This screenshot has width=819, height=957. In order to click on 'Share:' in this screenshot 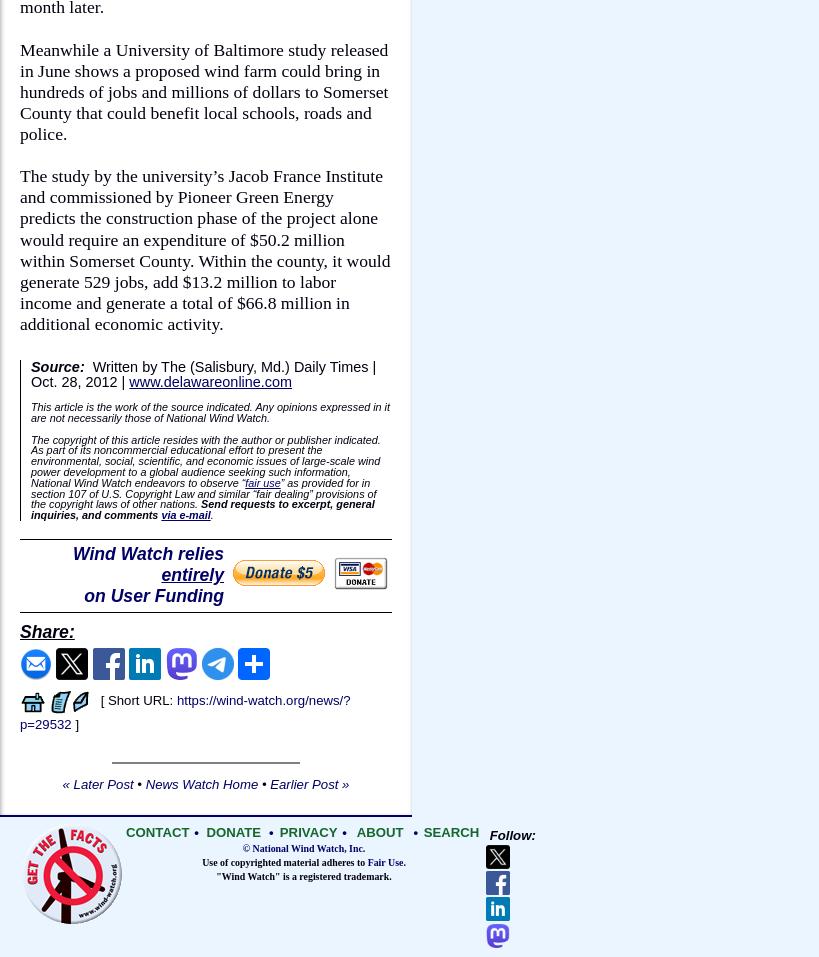, I will do `click(46, 630)`.